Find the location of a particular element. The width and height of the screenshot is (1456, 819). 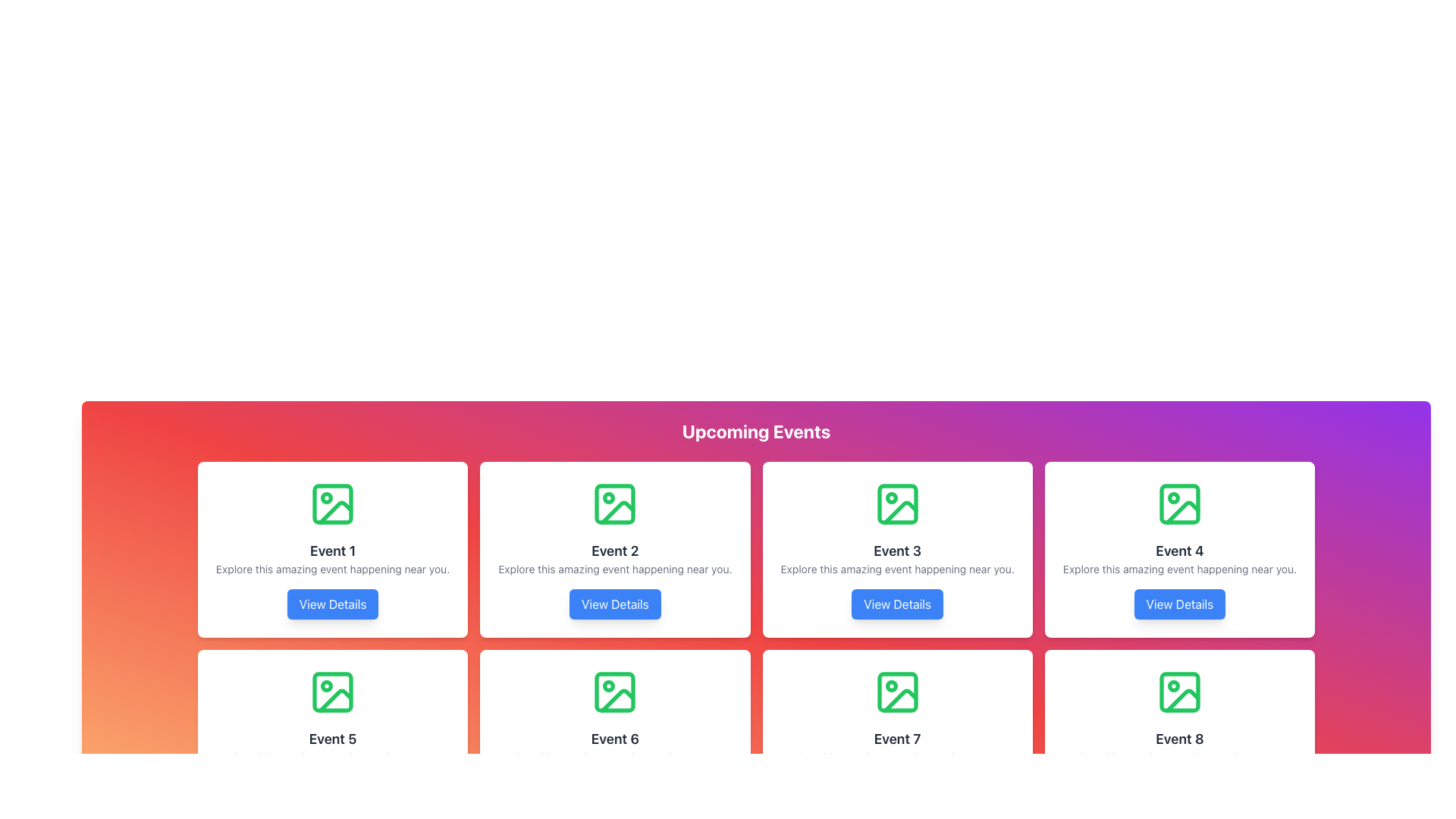

the icon representing the image placeholder for 'Event 7' located at the top center of the seventh event card in the grid is located at coordinates (897, 692).